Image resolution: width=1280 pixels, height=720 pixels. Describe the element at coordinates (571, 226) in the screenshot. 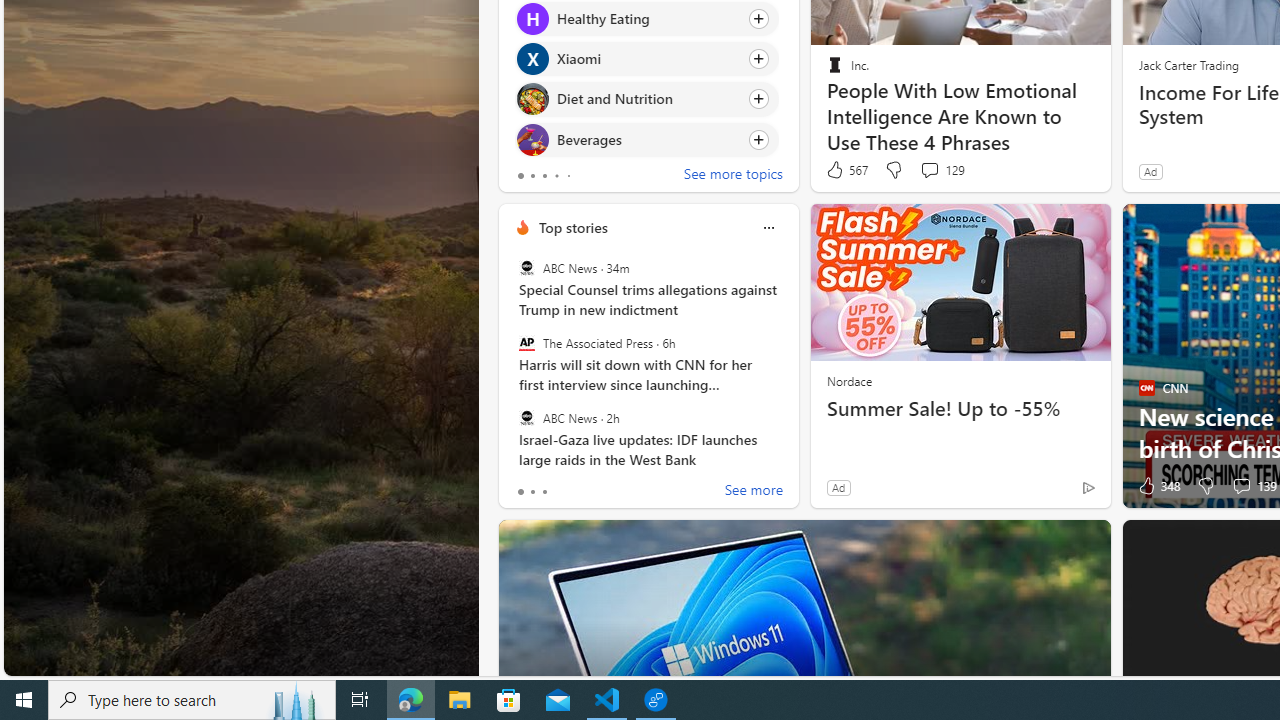

I see `'Top stories'` at that location.